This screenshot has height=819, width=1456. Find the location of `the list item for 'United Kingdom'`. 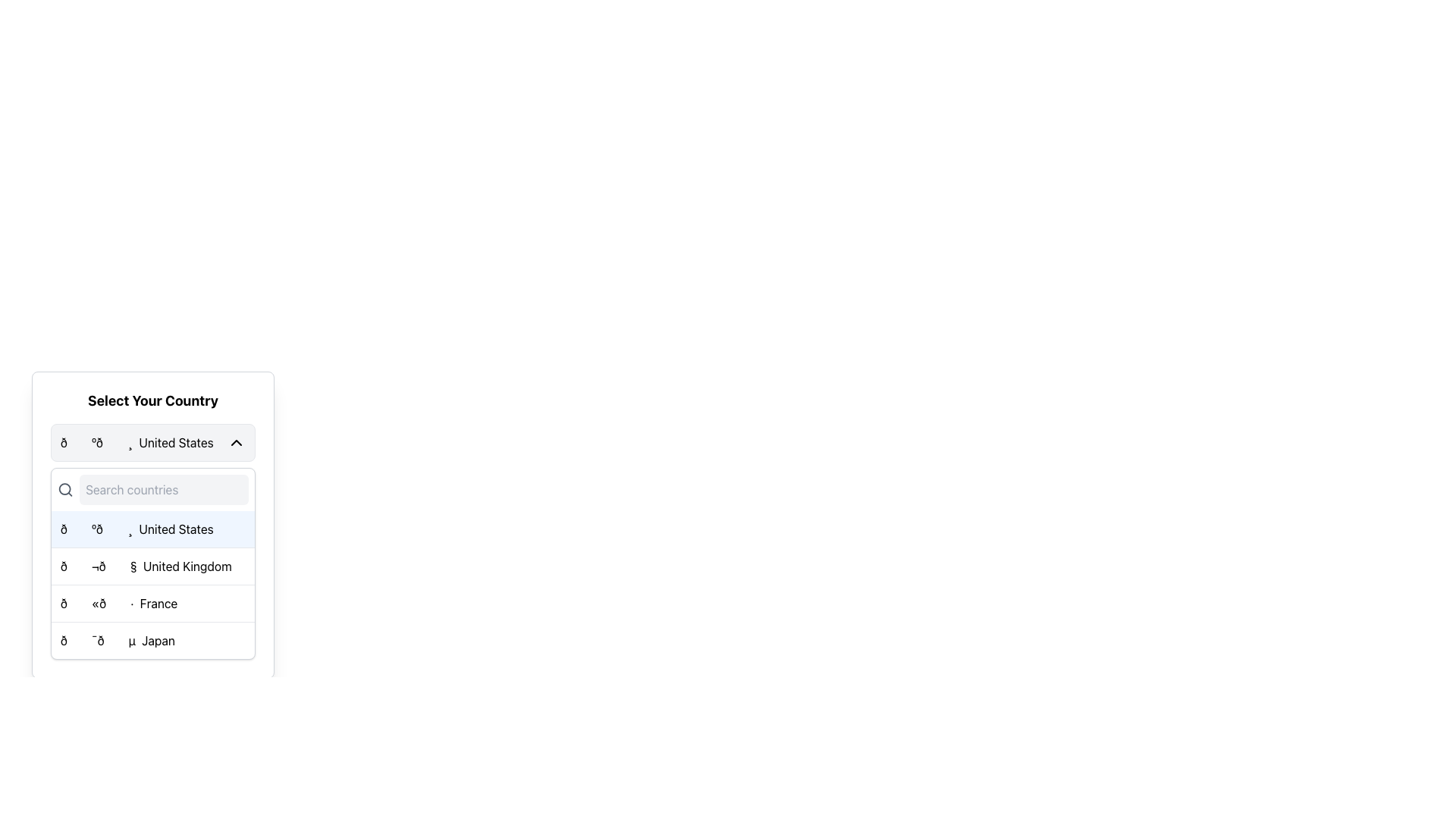

the list item for 'United Kingdom' is located at coordinates (152, 566).